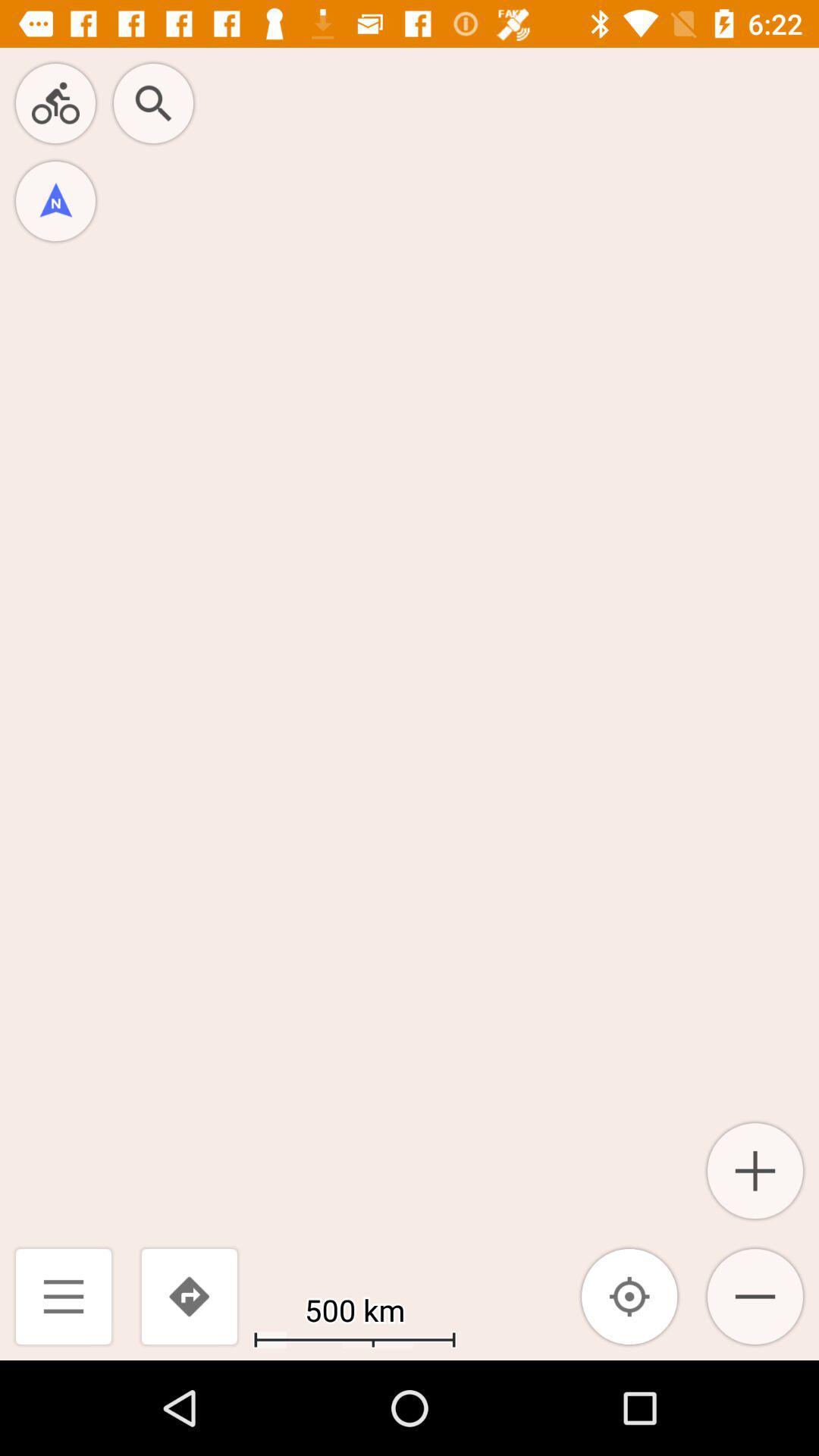 This screenshot has width=819, height=1456. What do you see at coordinates (55, 102) in the screenshot?
I see `the share icon` at bounding box center [55, 102].